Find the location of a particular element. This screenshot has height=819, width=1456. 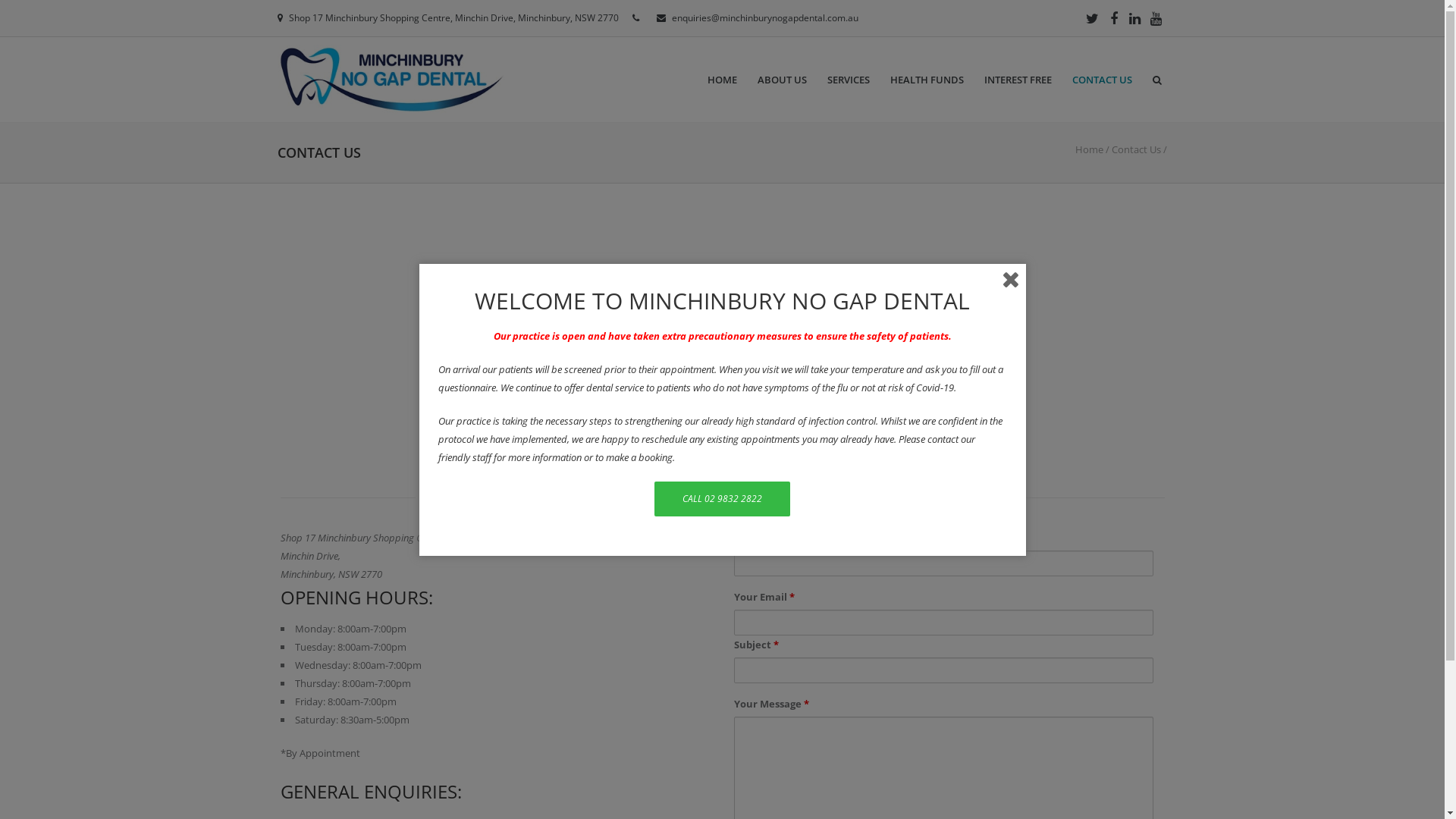

'CONTACT US' is located at coordinates (1102, 80).